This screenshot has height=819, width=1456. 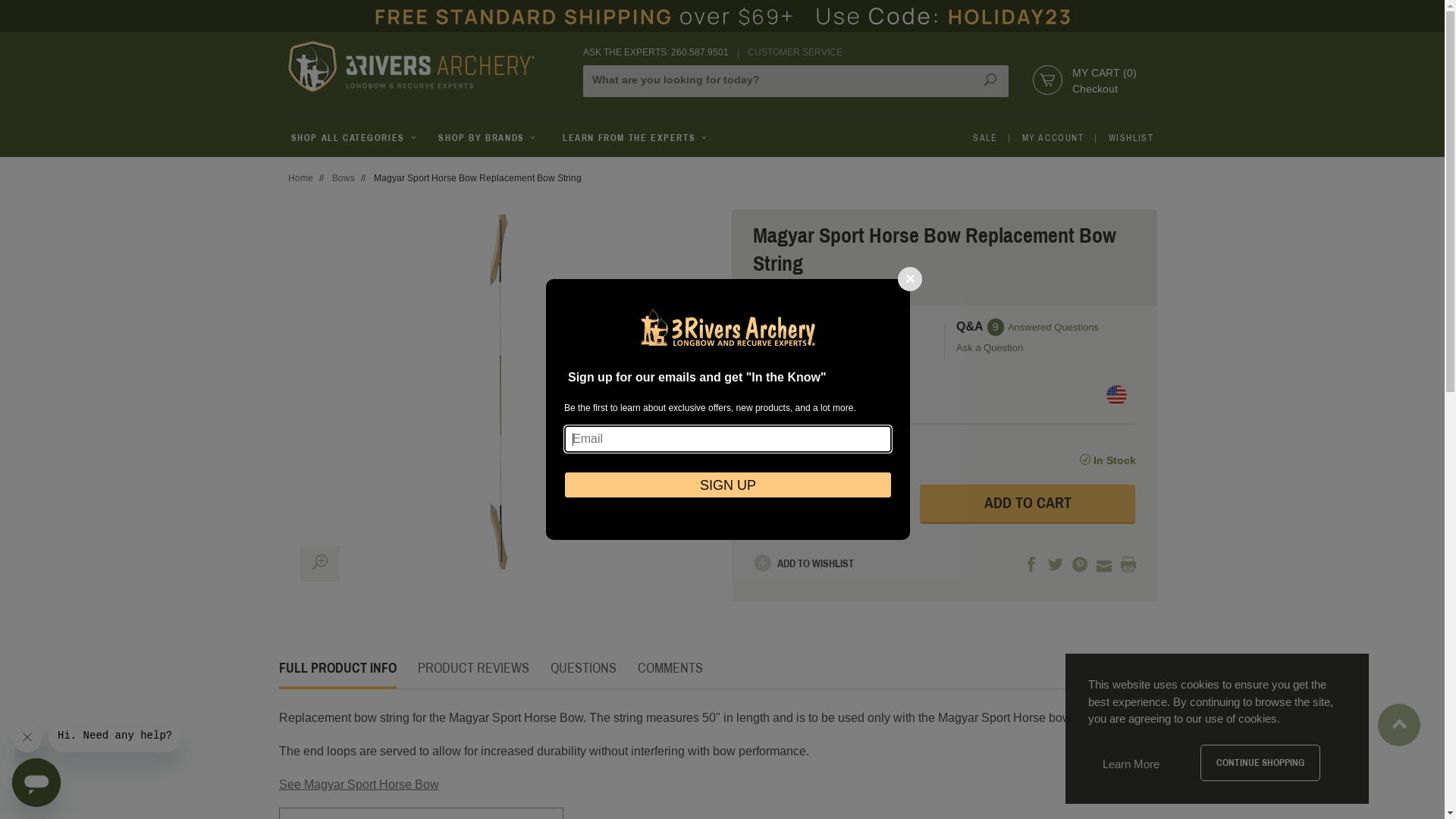 I want to click on 'Share on Pinterest', so click(x=1079, y=565).